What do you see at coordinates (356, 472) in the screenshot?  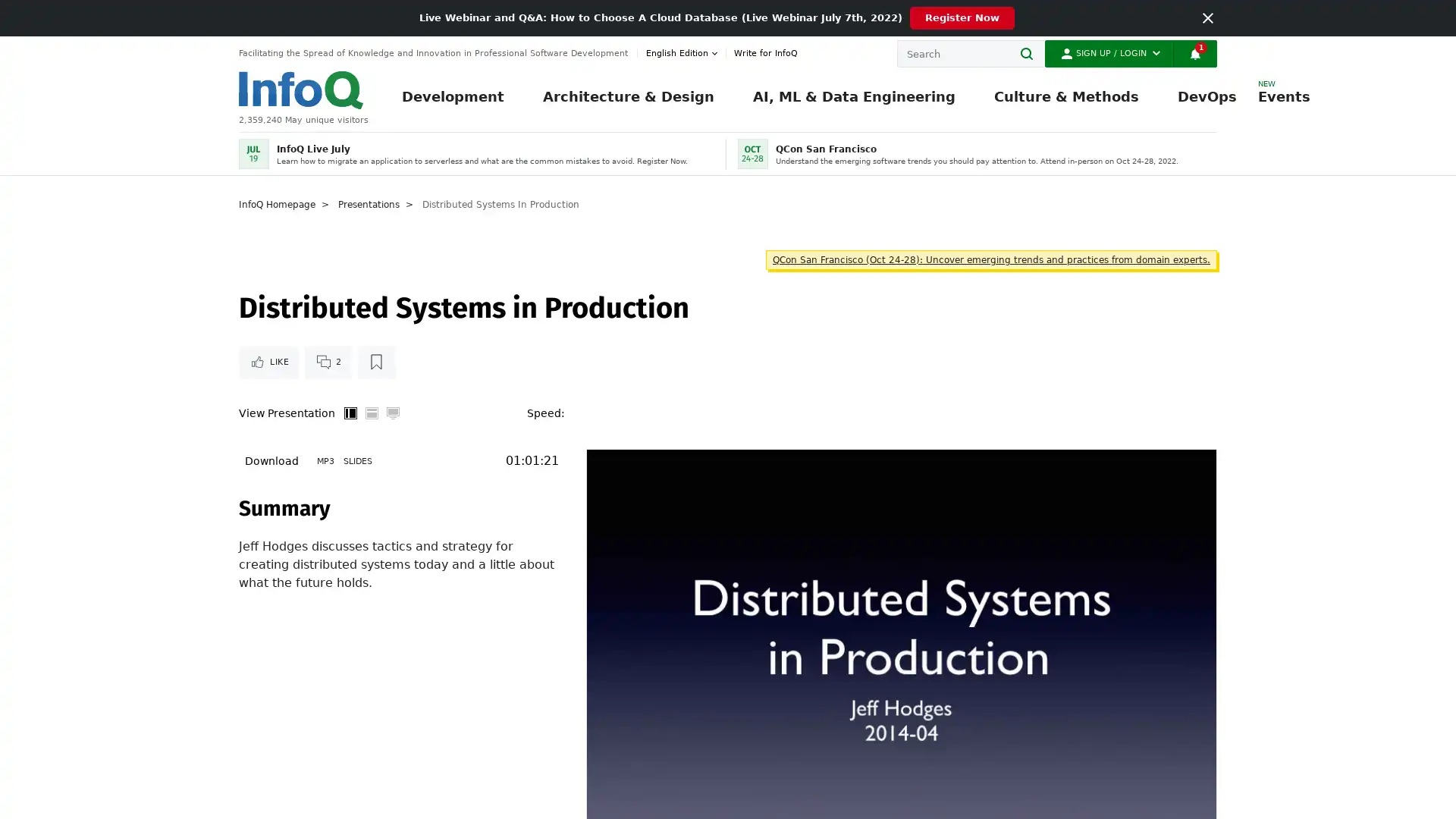 I see `Slides` at bounding box center [356, 472].